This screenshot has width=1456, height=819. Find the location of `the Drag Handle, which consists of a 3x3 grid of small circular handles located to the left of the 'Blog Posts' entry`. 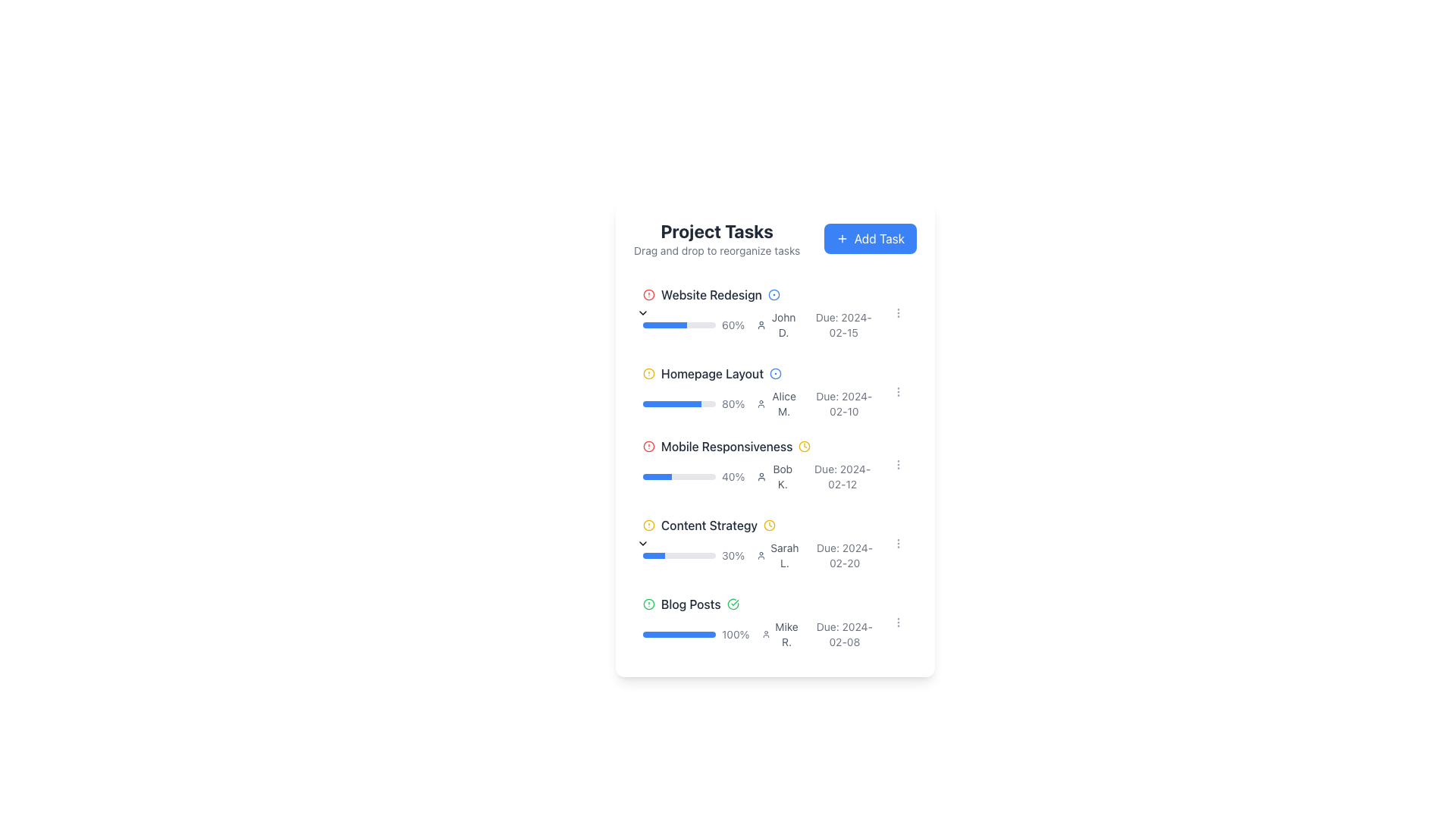

the Drag Handle, which consists of a 3x3 grid of small circular handles located to the left of the 'Blog Posts' entry is located at coordinates (625, 623).